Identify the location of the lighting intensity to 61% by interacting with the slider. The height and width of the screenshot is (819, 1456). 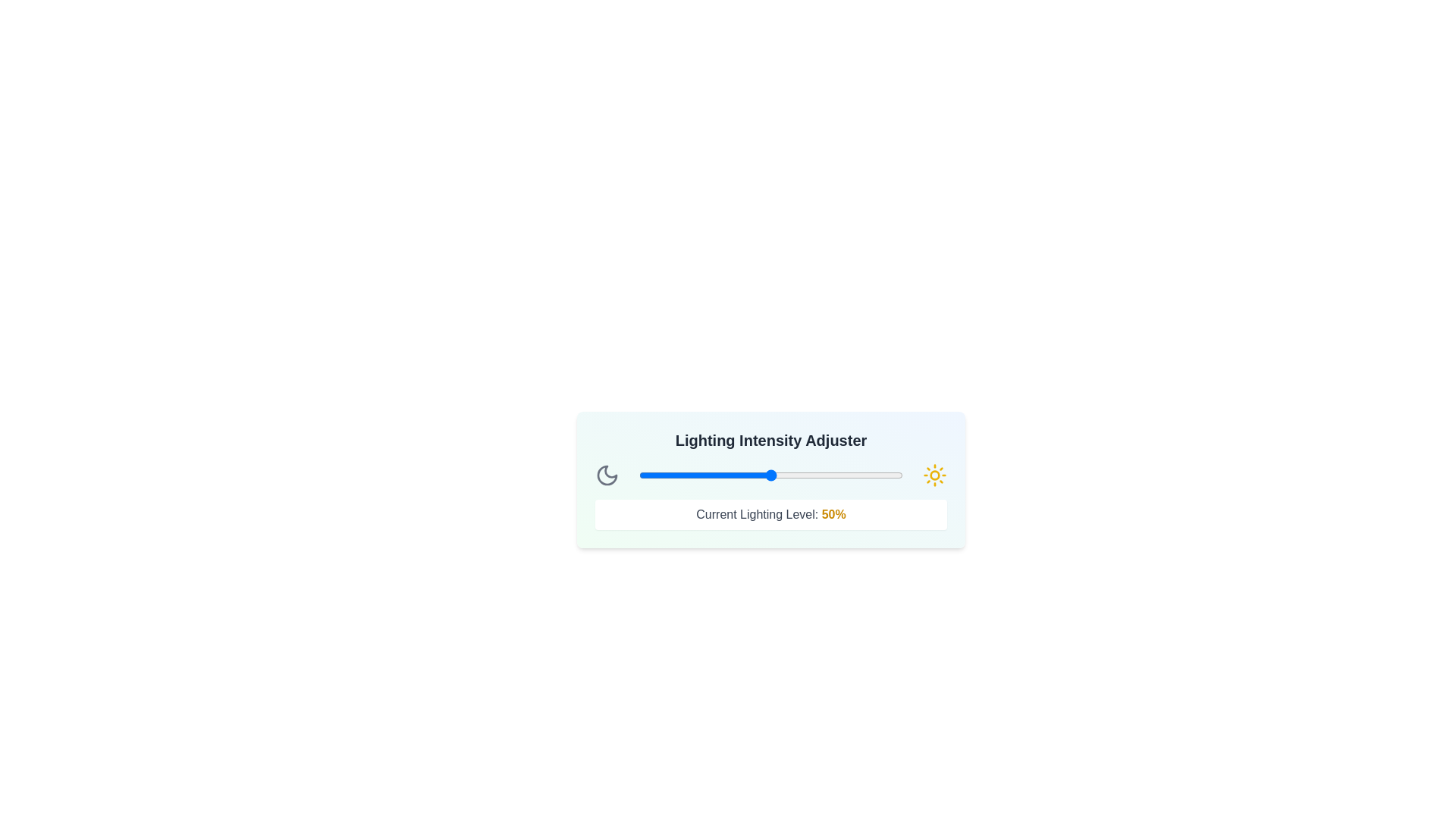
(799, 475).